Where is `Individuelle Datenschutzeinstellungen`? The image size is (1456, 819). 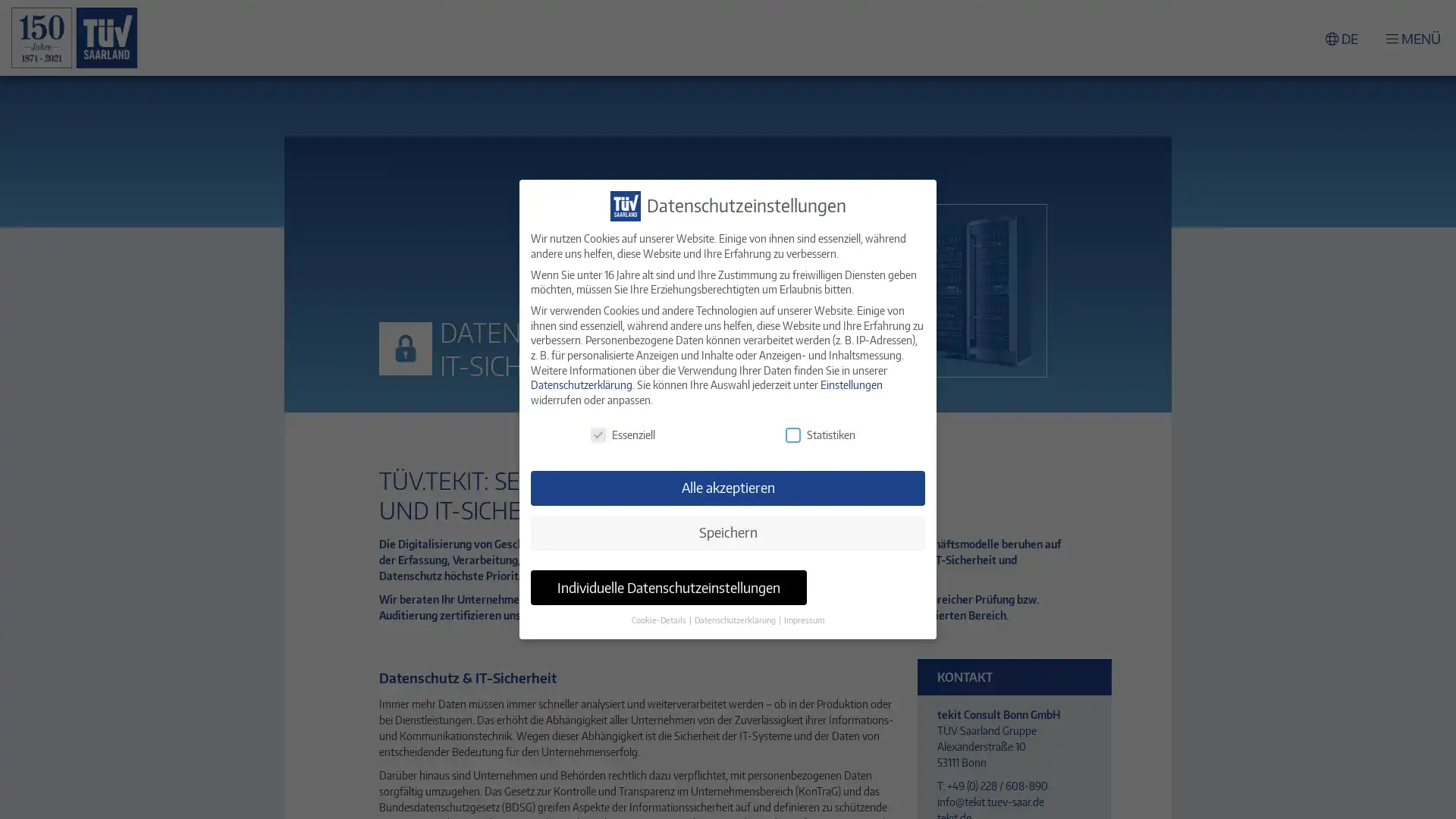 Individuelle Datenschutzeinstellungen is located at coordinates (668, 587).